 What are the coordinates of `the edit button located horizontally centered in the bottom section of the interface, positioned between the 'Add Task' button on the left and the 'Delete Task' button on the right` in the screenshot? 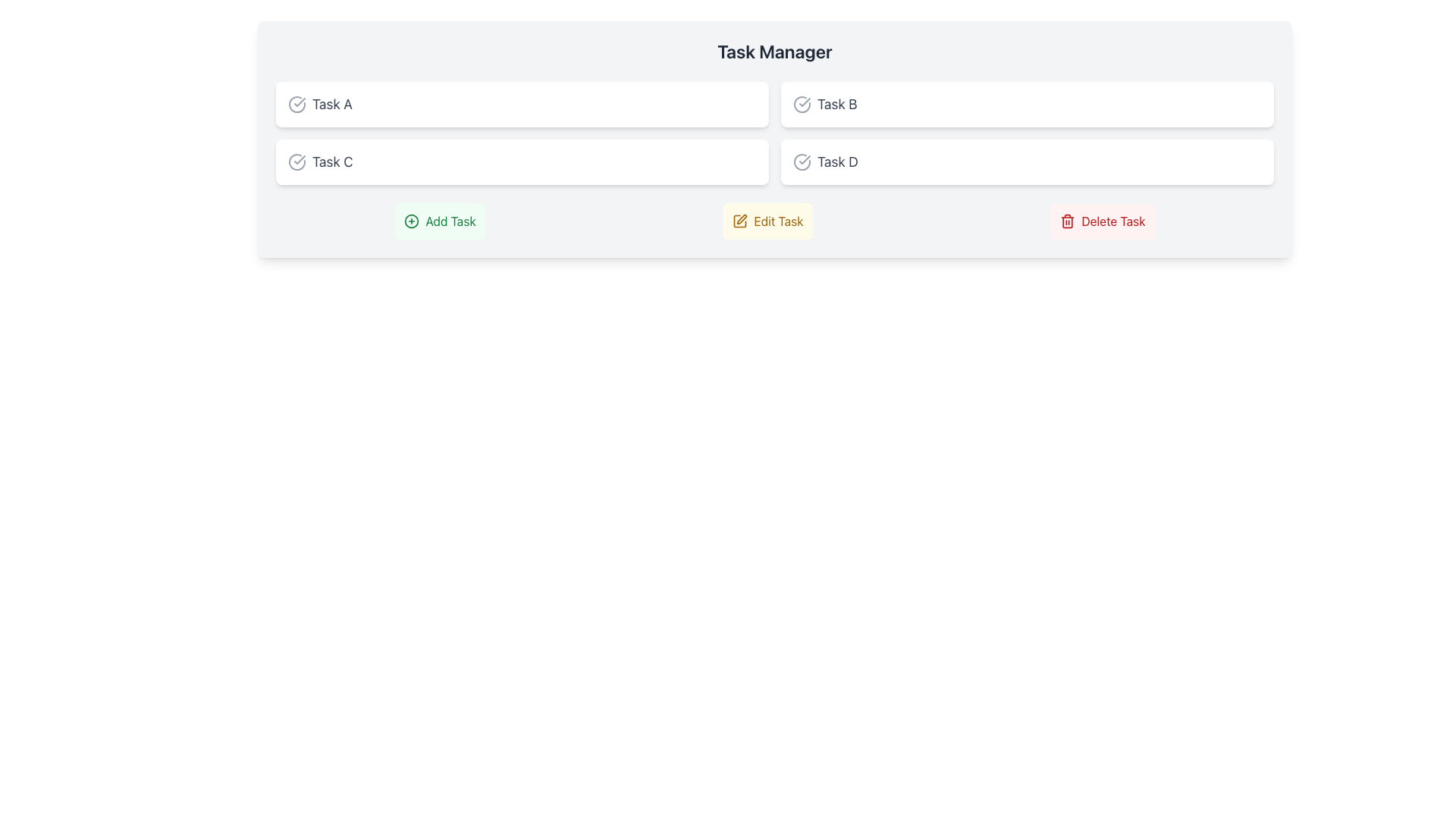 It's located at (767, 221).